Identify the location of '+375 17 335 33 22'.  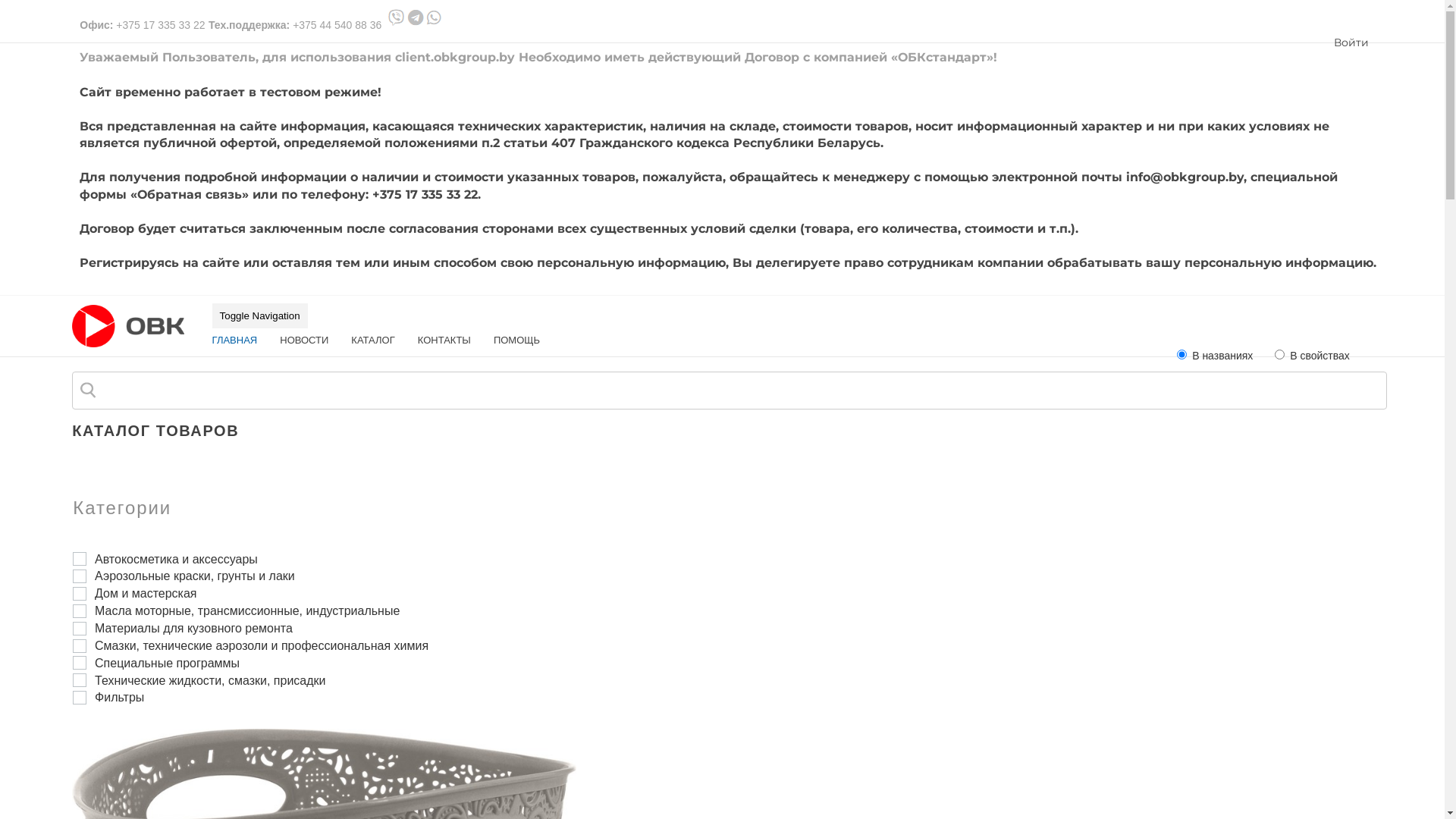
(160, 25).